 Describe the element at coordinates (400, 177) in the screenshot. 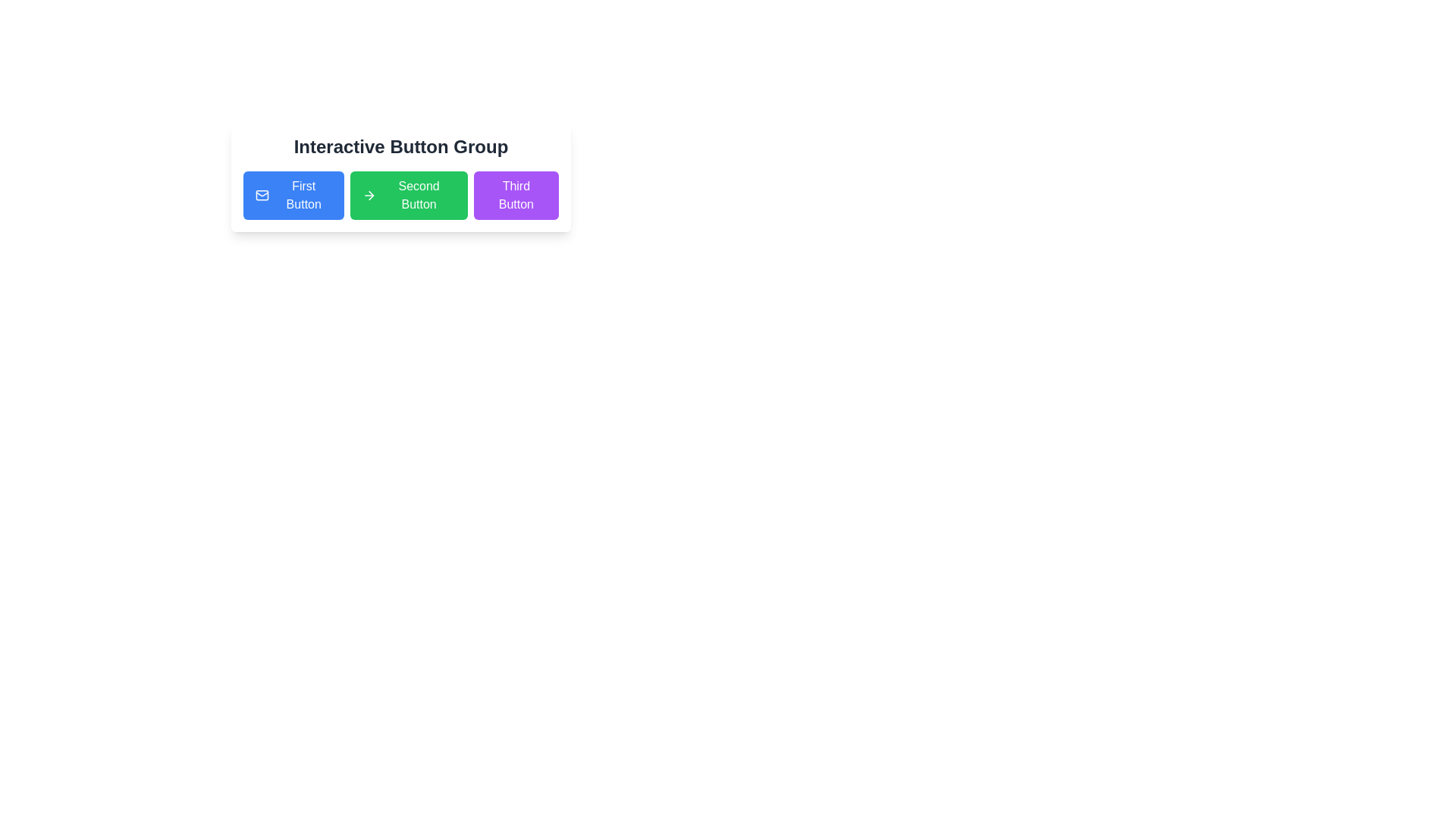

I see `the 'Second Button' in the 'Interactive Button Group' section using keyboard navigation` at that location.